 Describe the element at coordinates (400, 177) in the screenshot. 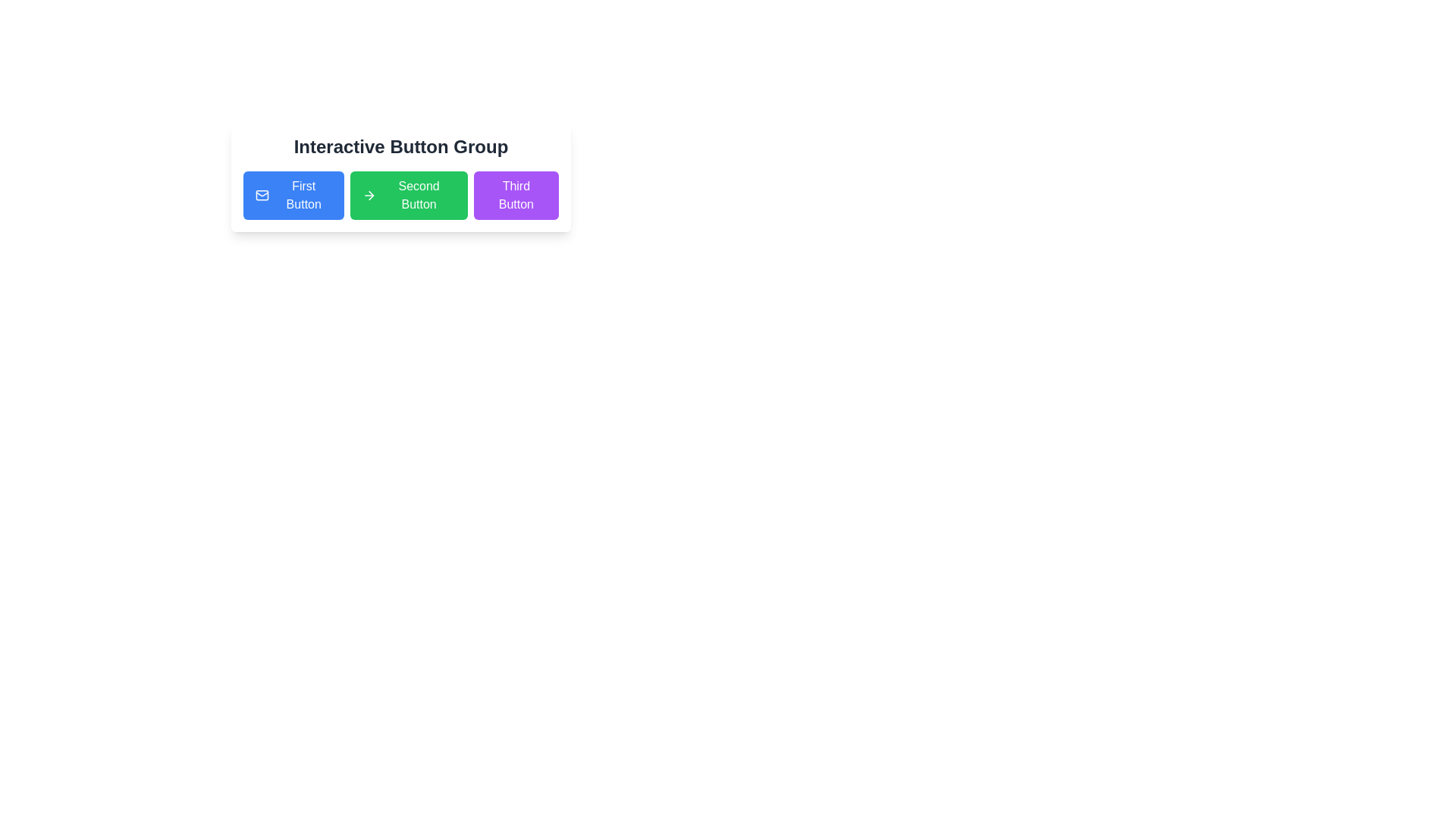

I see `the 'Second Button' in the 'Interactive Button Group' section using keyboard navigation` at that location.